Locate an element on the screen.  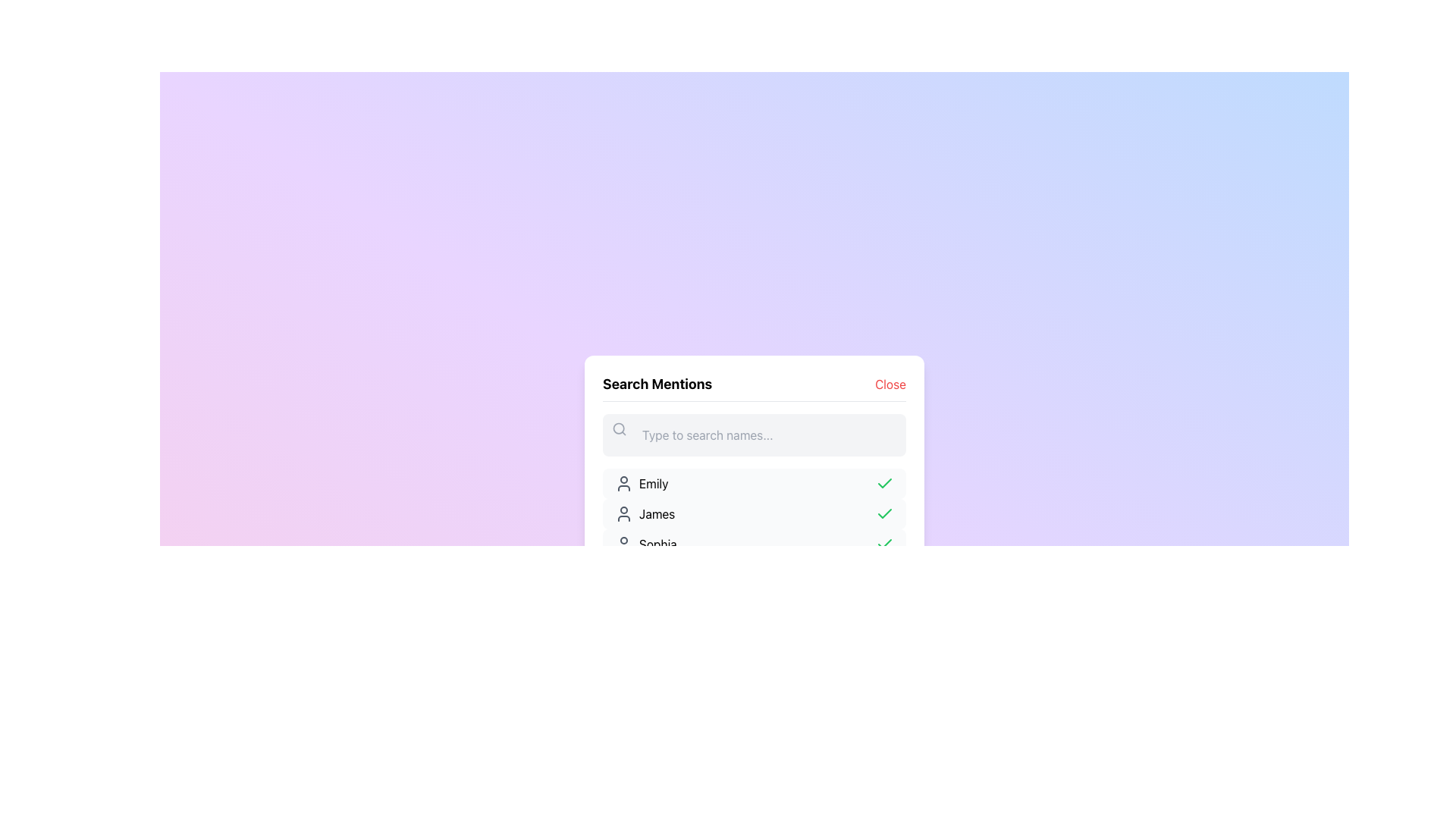
the green checkmark icon next to the list item labeled 'James' is located at coordinates (884, 513).